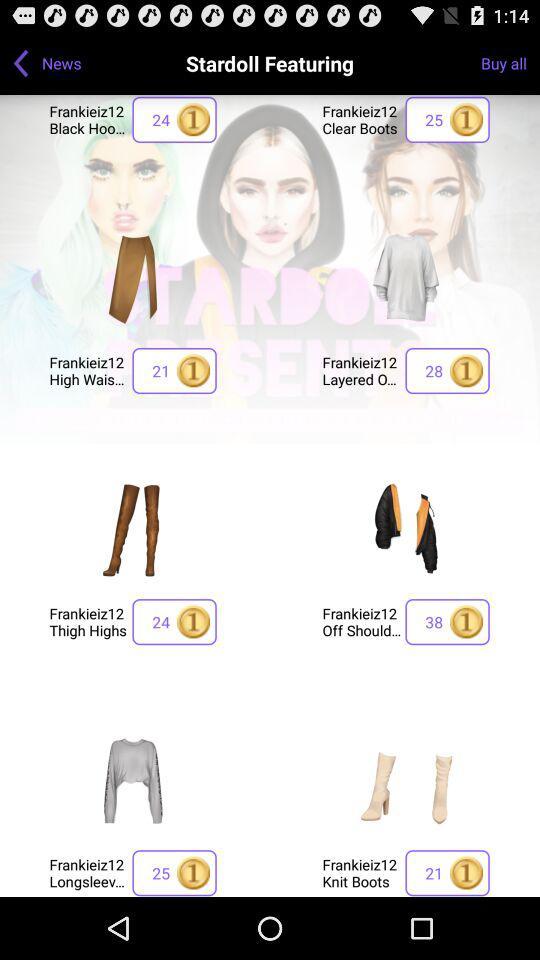 This screenshot has height=960, width=540. Describe the element at coordinates (87, 872) in the screenshot. I see `the button to the left of 25 item` at that location.